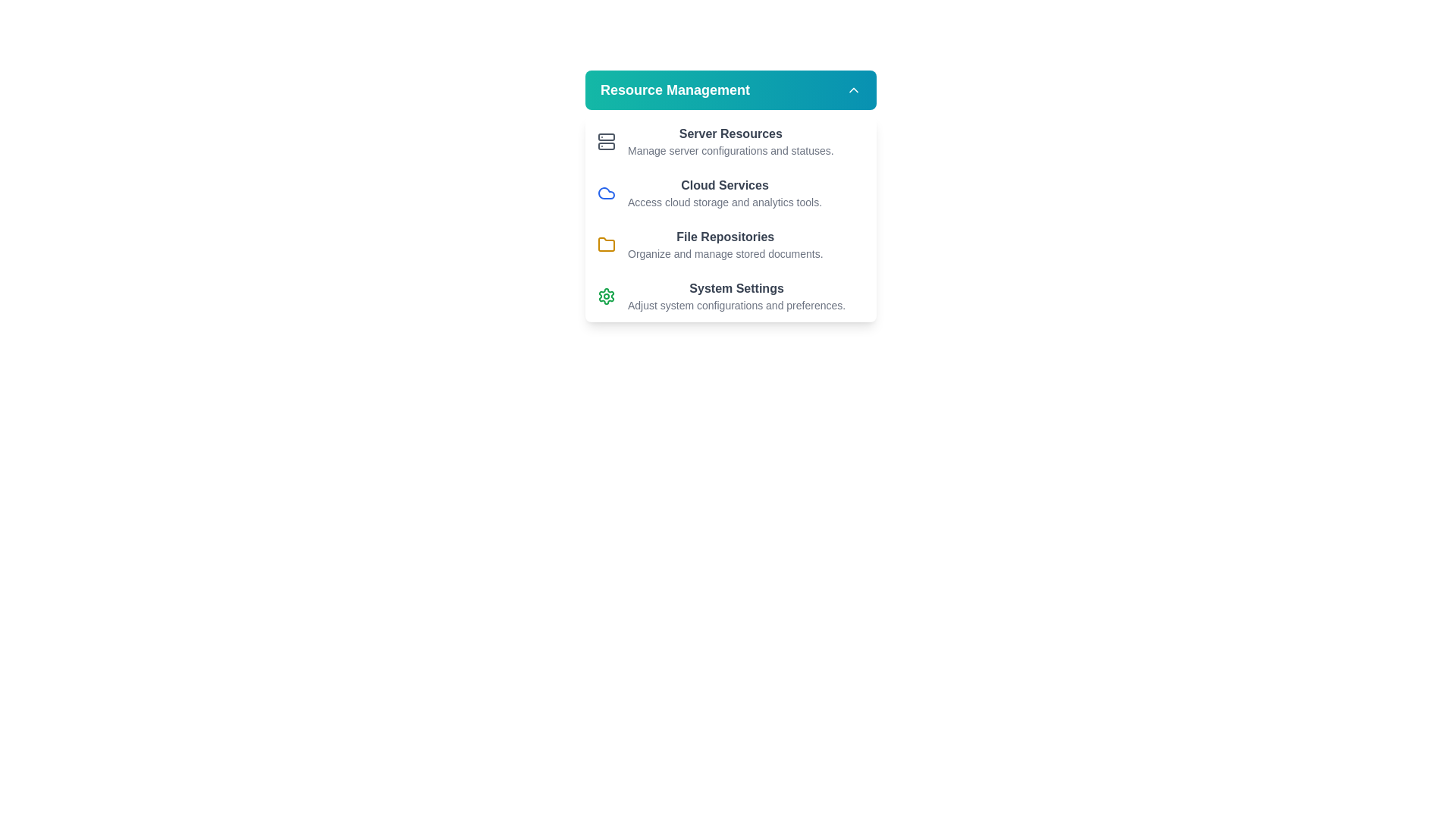 This screenshot has width=1456, height=819. I want to click on the settings icon located to the left of the 'System Settings' text in the 'Resource Management' menu, so click(607, 296).